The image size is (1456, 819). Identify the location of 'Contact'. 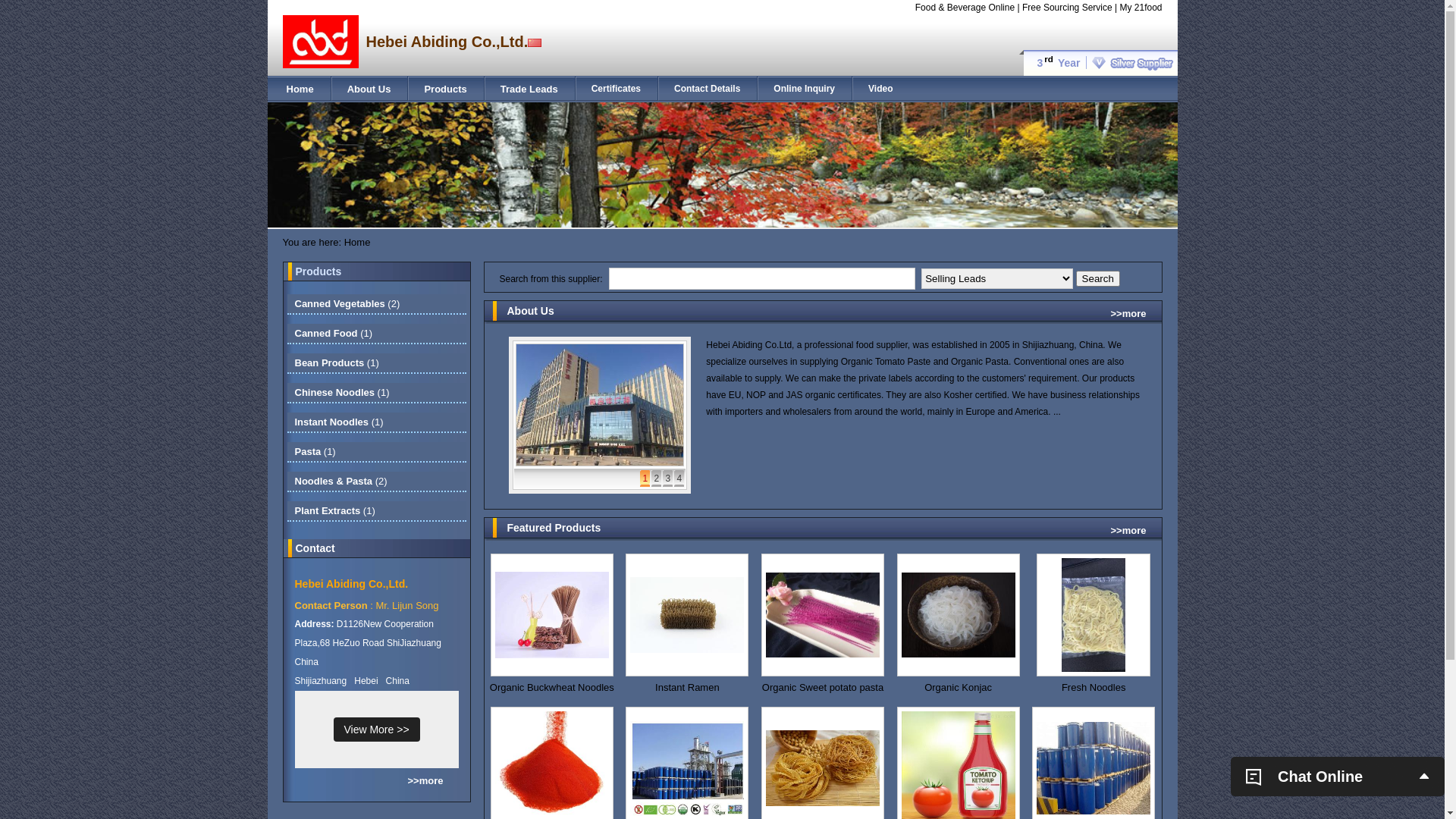
(315, 548).